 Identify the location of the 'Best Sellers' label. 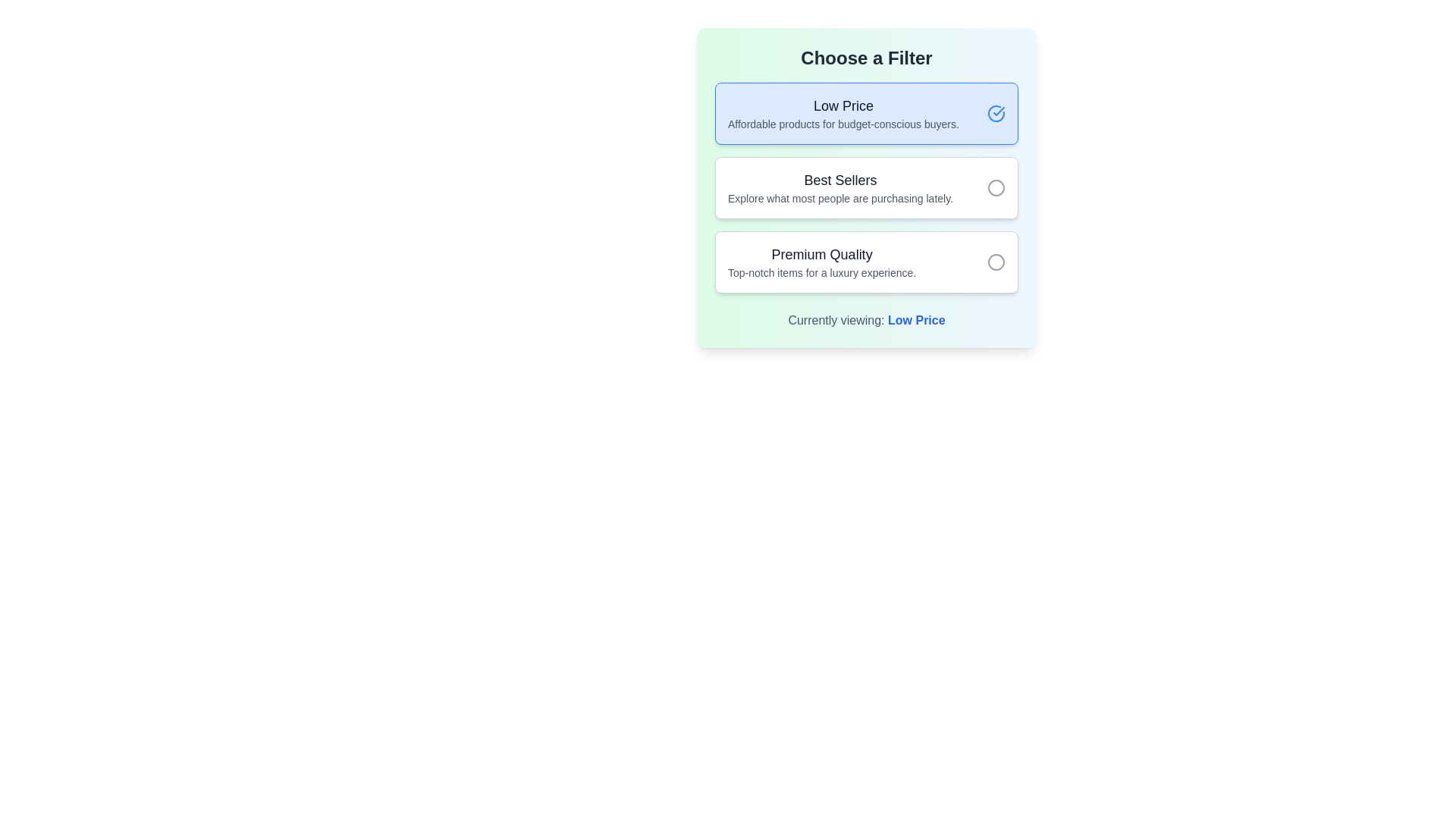
(839, 187).